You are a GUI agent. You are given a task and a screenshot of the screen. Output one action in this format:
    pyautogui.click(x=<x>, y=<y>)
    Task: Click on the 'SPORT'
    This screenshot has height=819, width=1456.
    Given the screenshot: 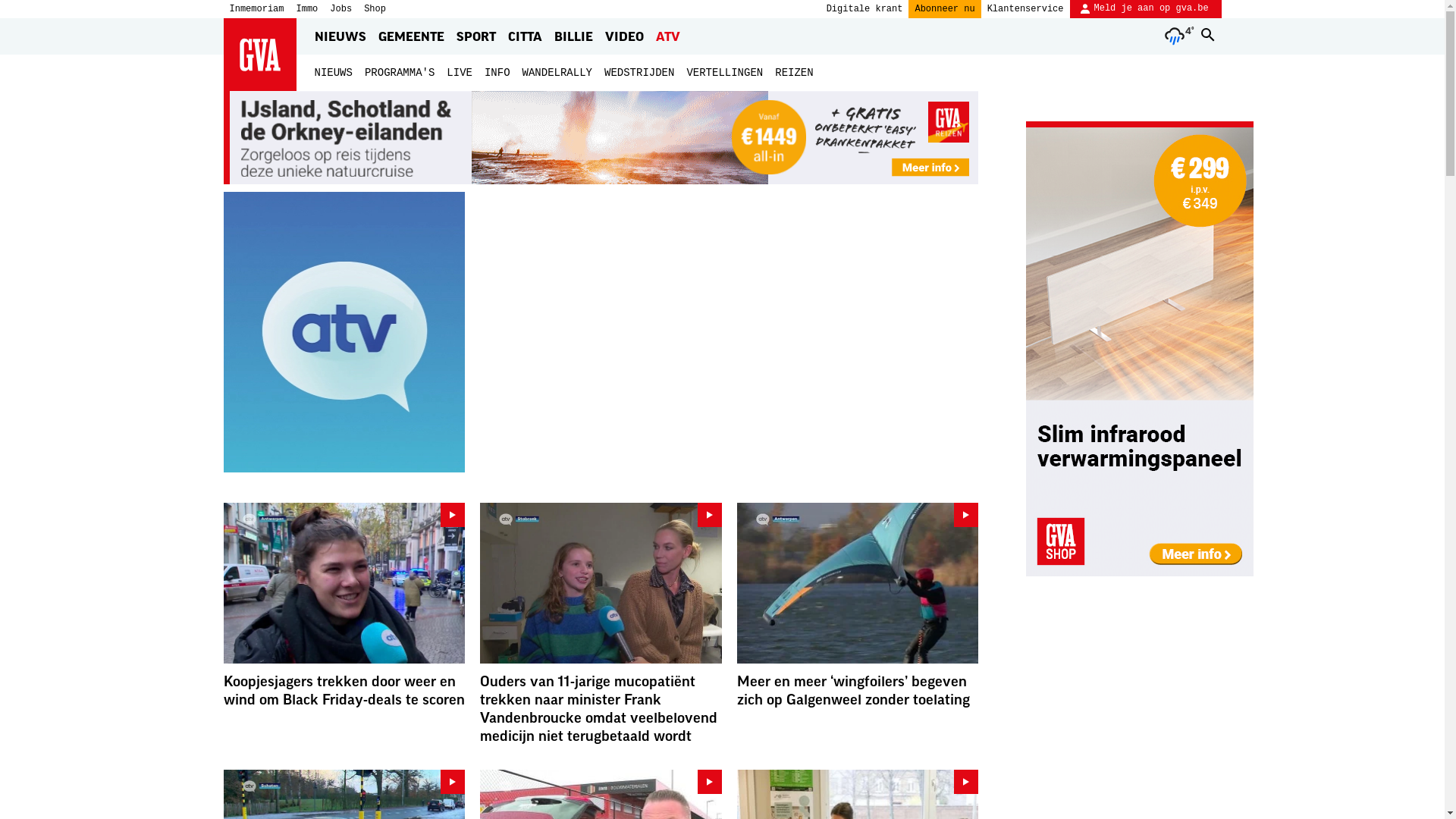 What is the action you would take?
    pyautogui.click(x=475, y=35)
    